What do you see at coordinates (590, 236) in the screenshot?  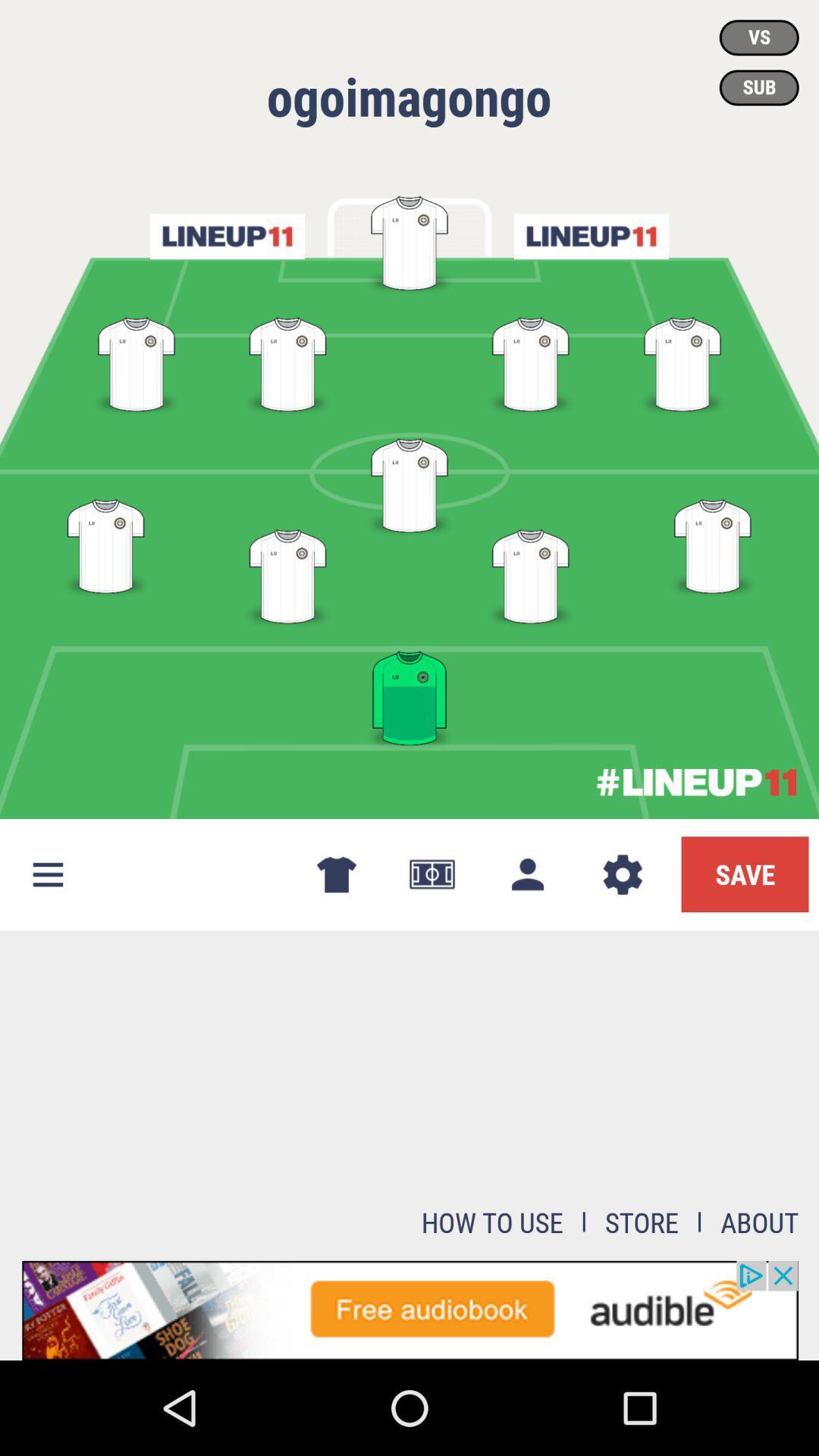 I see `the sliders icon` at bounding box center [590, 236].